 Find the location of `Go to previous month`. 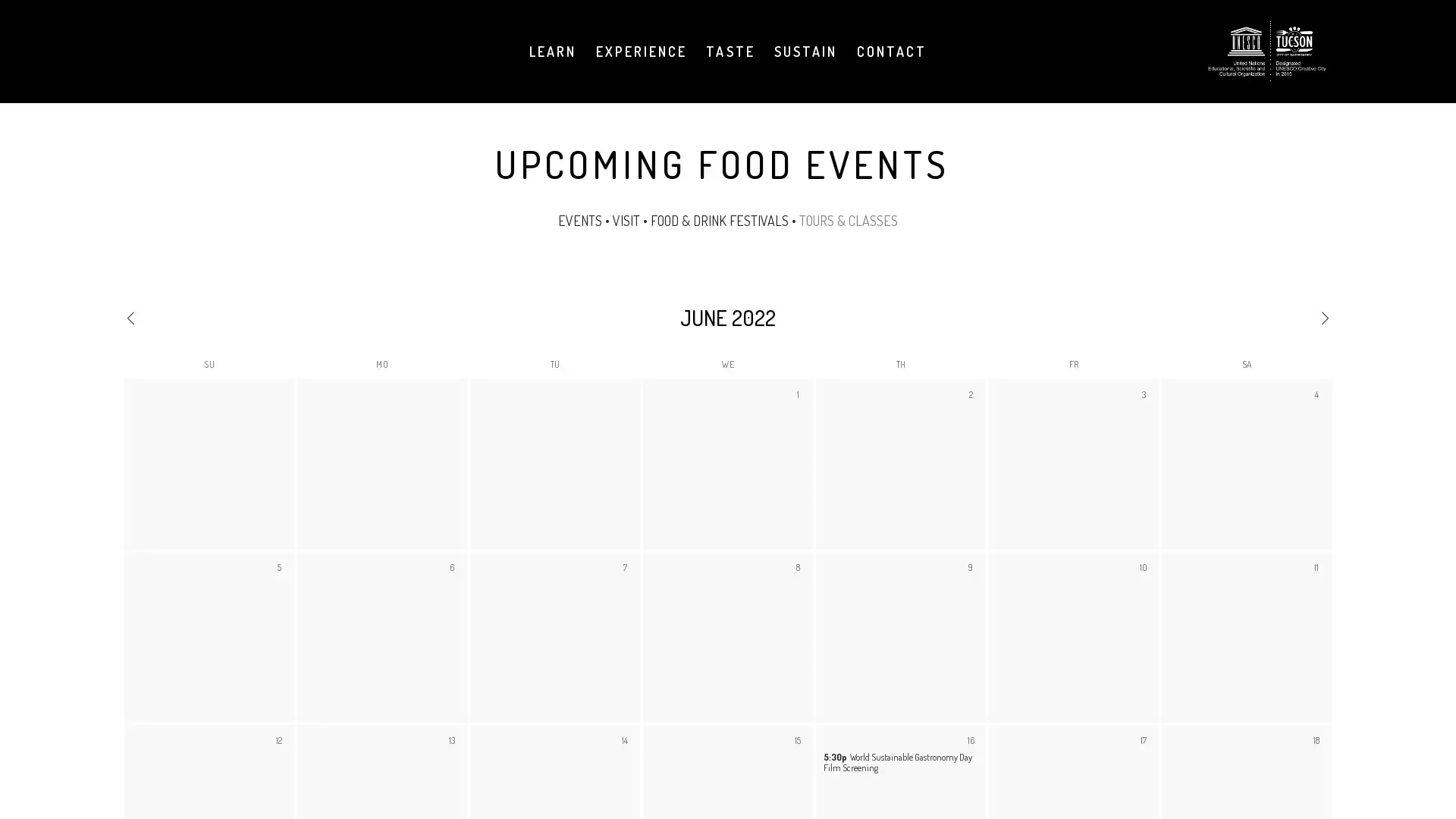

Go to previous month is located at coordinates (206, 315).